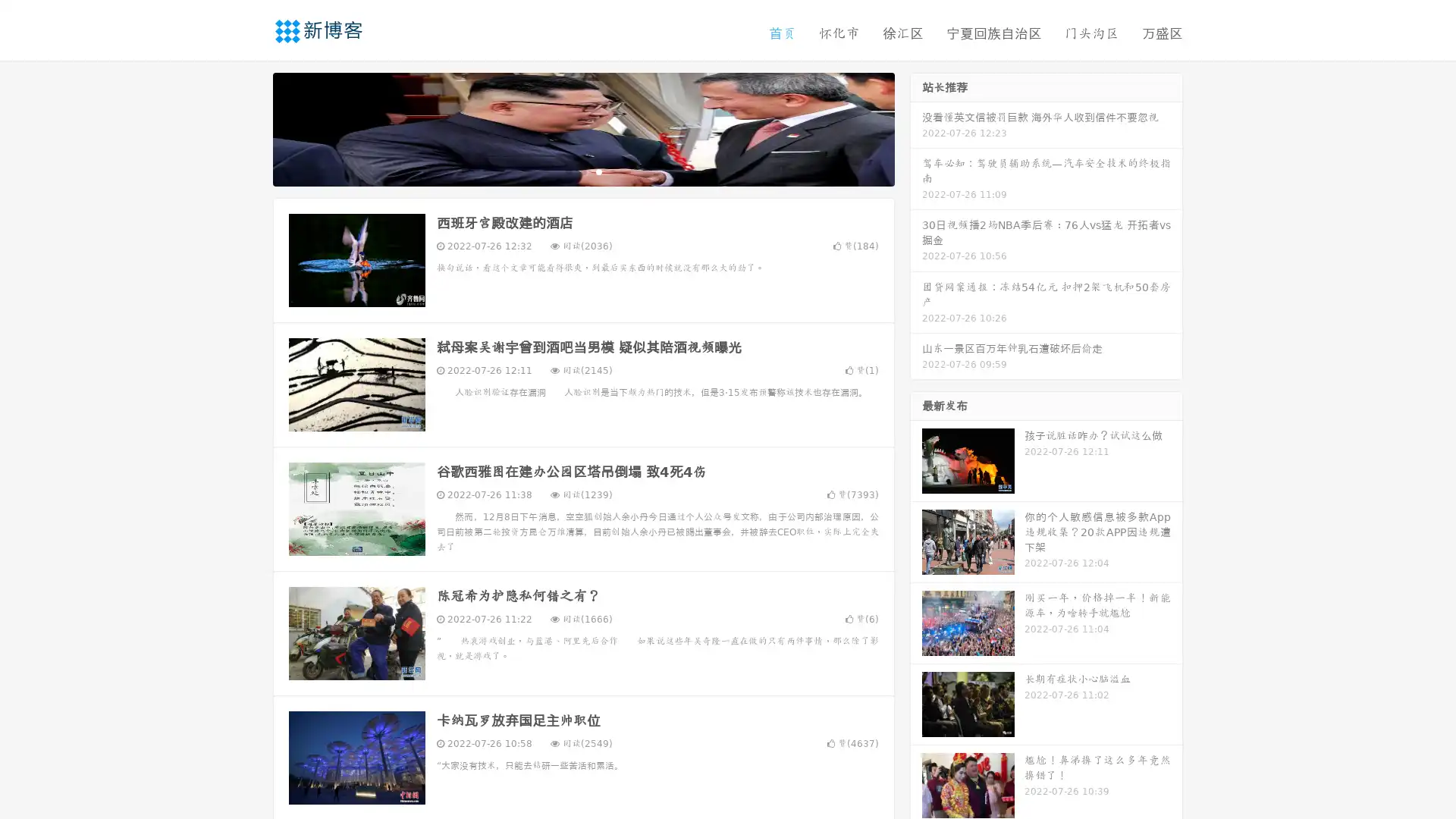  I want to click on Go to slide 3, so click(598, 171).